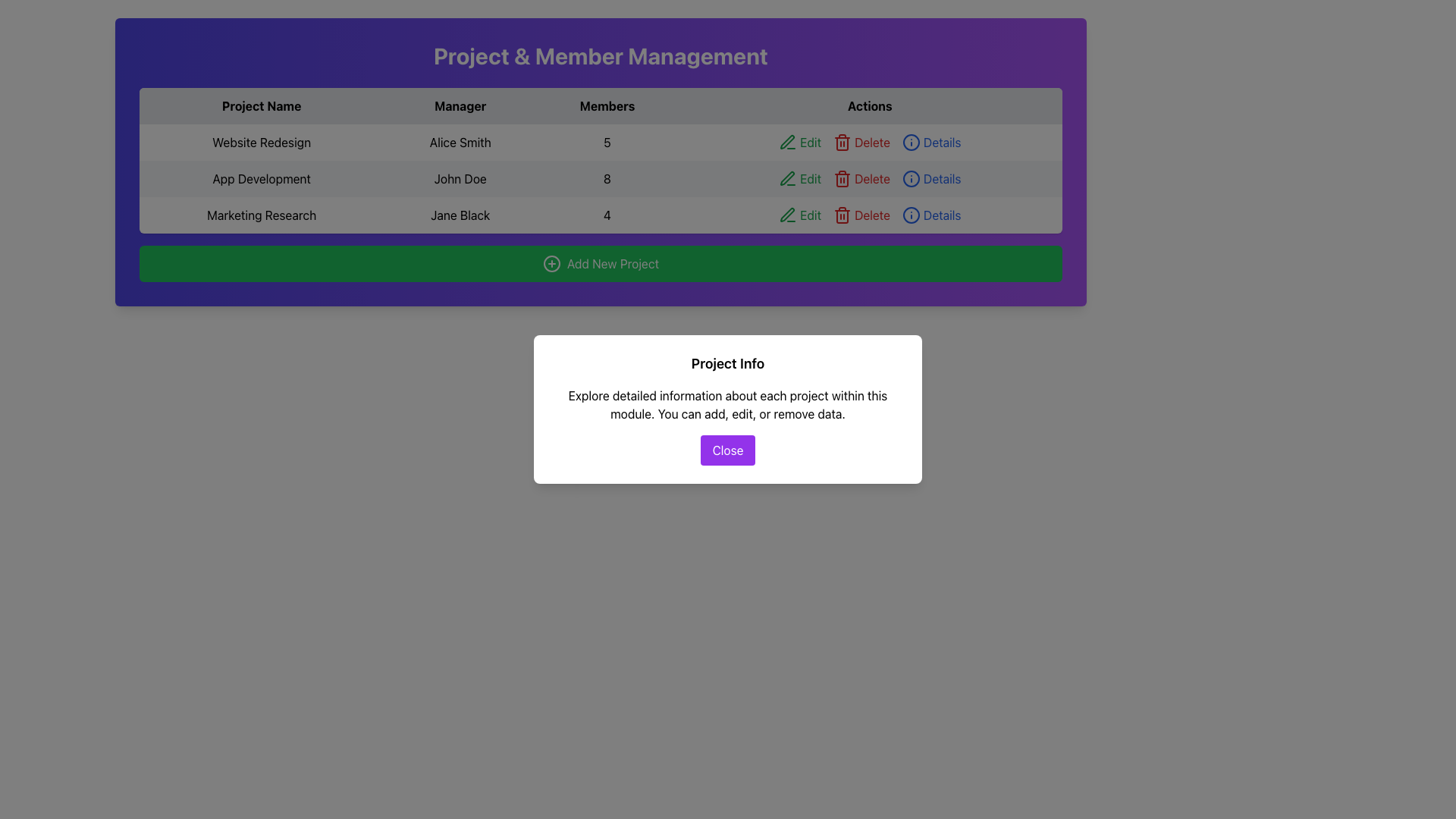 The width and height of the screenshot is (1456, 819). Describe the element at coordinates (861, 143) in the screenshot. I see `the red 'Delete' button located in the actions column of the second row of the table, which is positioned between 'Edit' and 'Details'` at that location.